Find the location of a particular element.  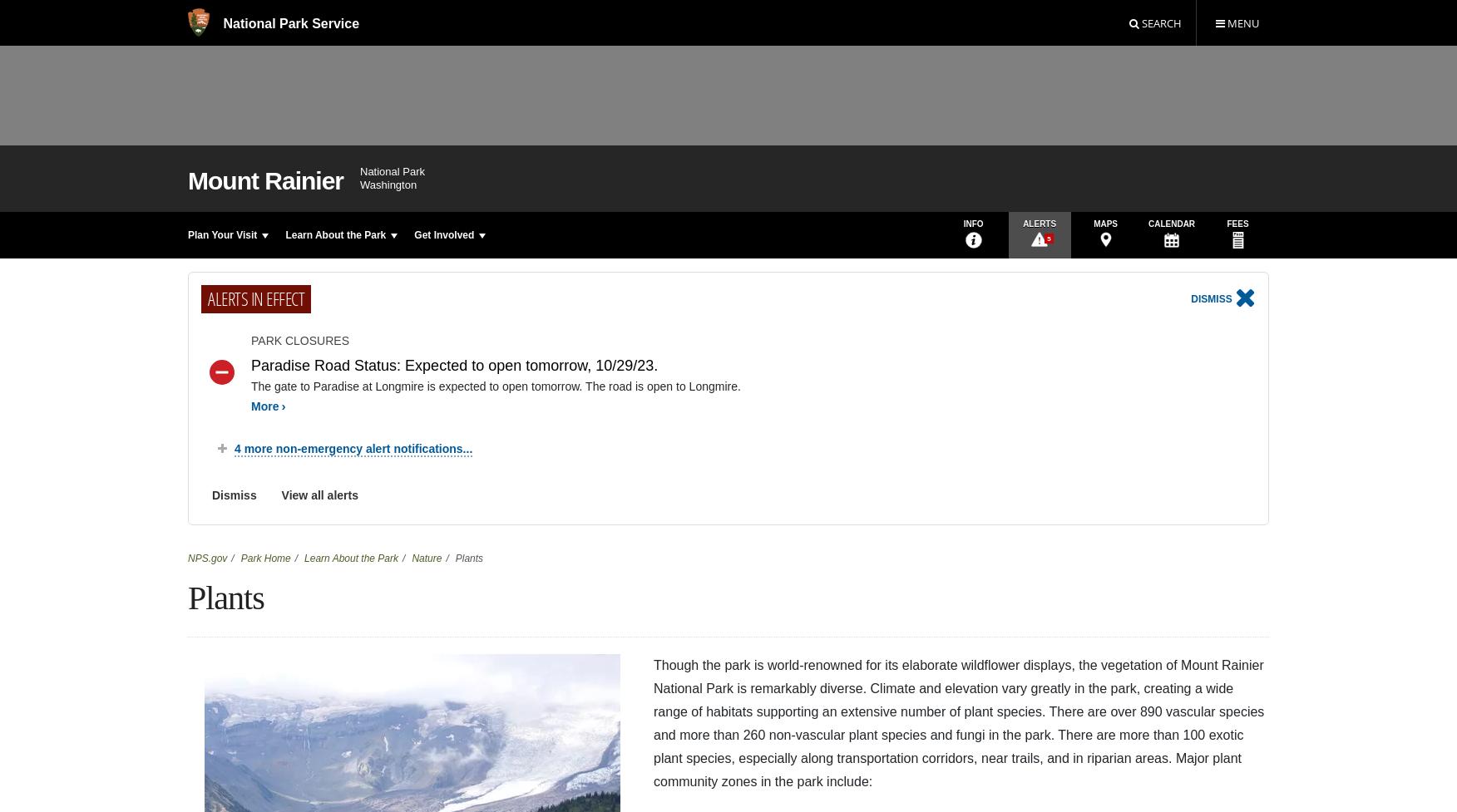

'North Coast and Cascades Network Delivers a New Generation of Vegetation Maps' is located at coordinates (577, 289).